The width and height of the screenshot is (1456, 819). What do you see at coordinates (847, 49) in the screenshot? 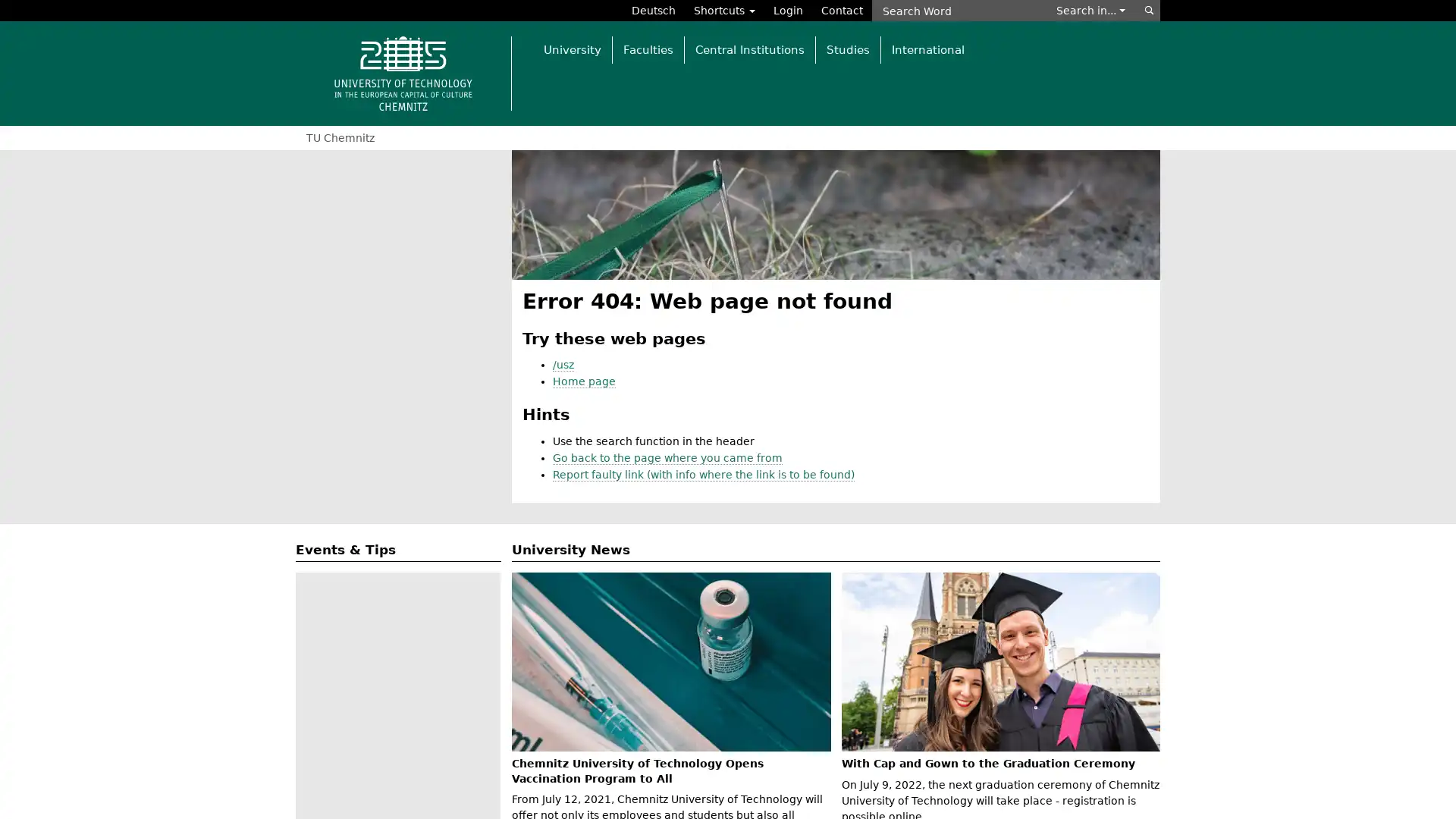
I see `Studies` at bounding box center [847, 49].